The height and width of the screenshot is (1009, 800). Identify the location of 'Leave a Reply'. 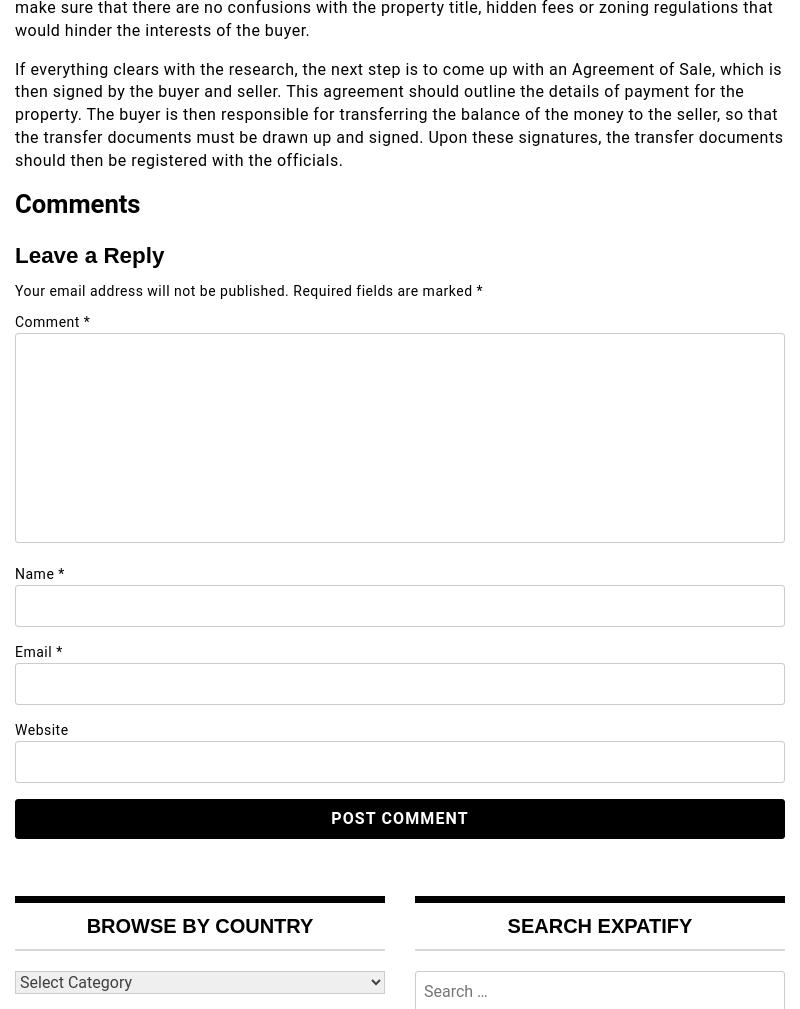
(89, 254).